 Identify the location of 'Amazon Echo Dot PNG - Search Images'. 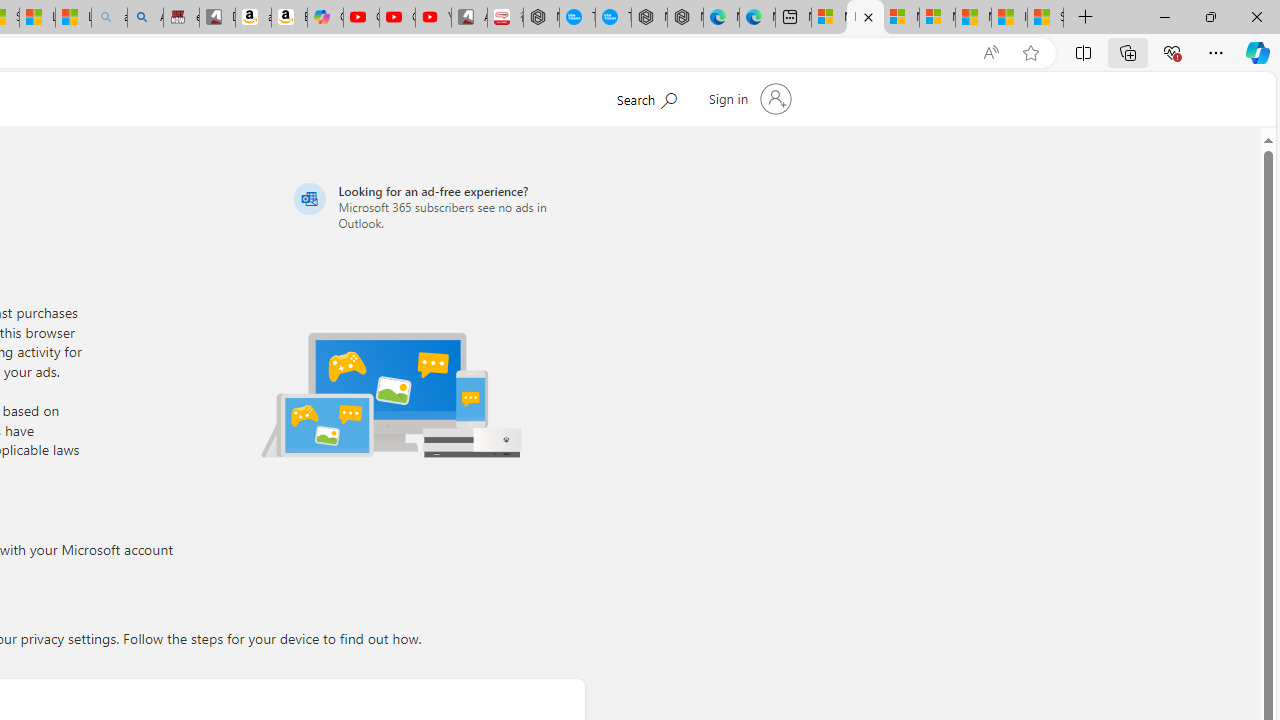
(144, 17).